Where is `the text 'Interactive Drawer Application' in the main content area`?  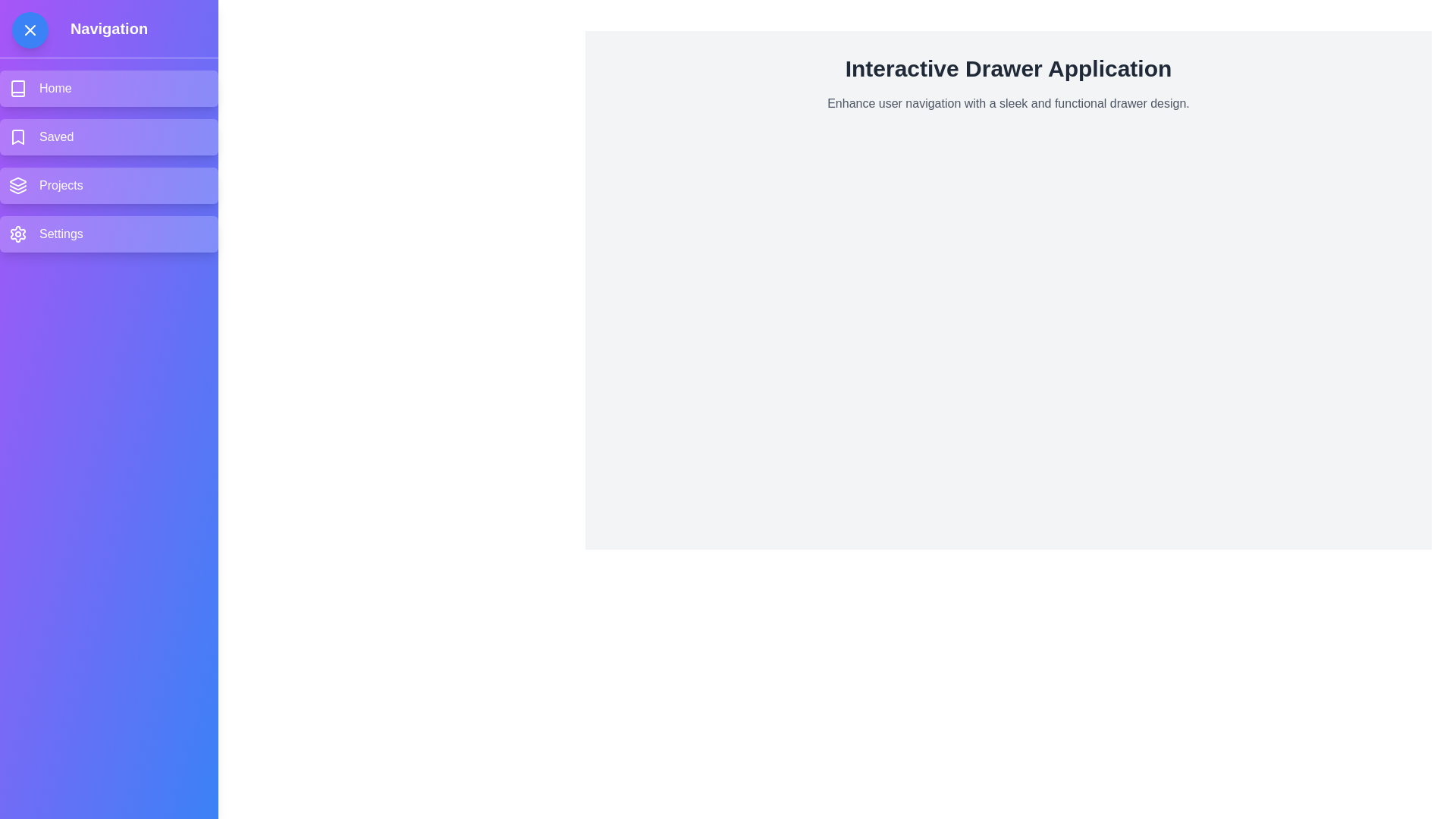 the text 'Interactive Drawer Application' in the main content area is located at coordinates (1008, 69).